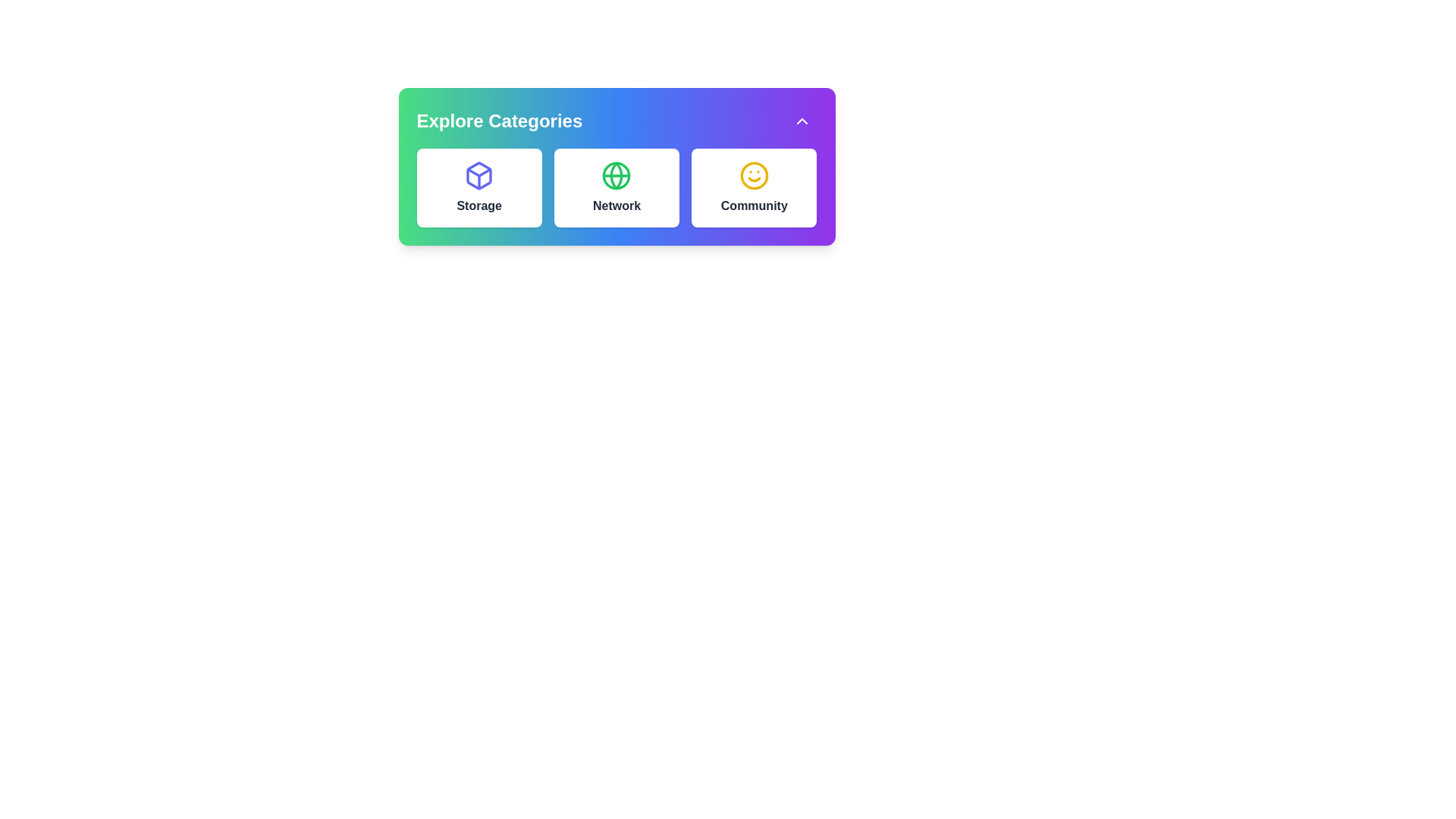  I want to click on the collapse button on the right side of the 'Explore Categories' section, so click(801, 120).